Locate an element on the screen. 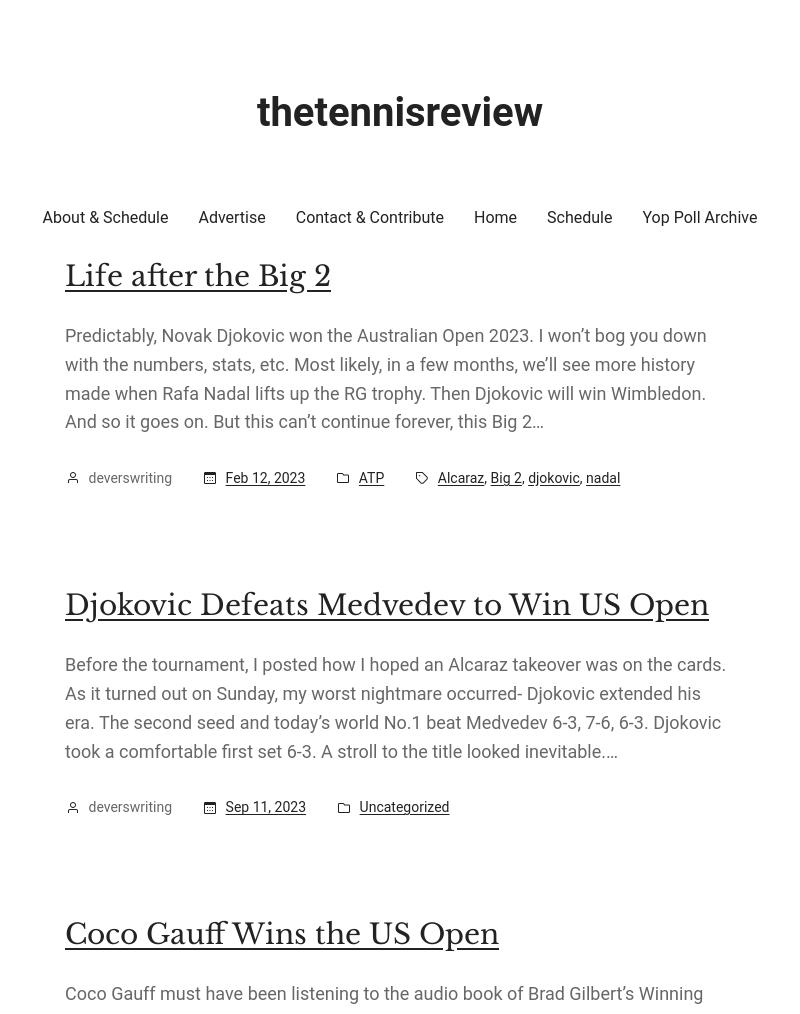 This screenshot has height=1014, width=800. 'Life after the Big 2' is located at coordinates (197, 275).